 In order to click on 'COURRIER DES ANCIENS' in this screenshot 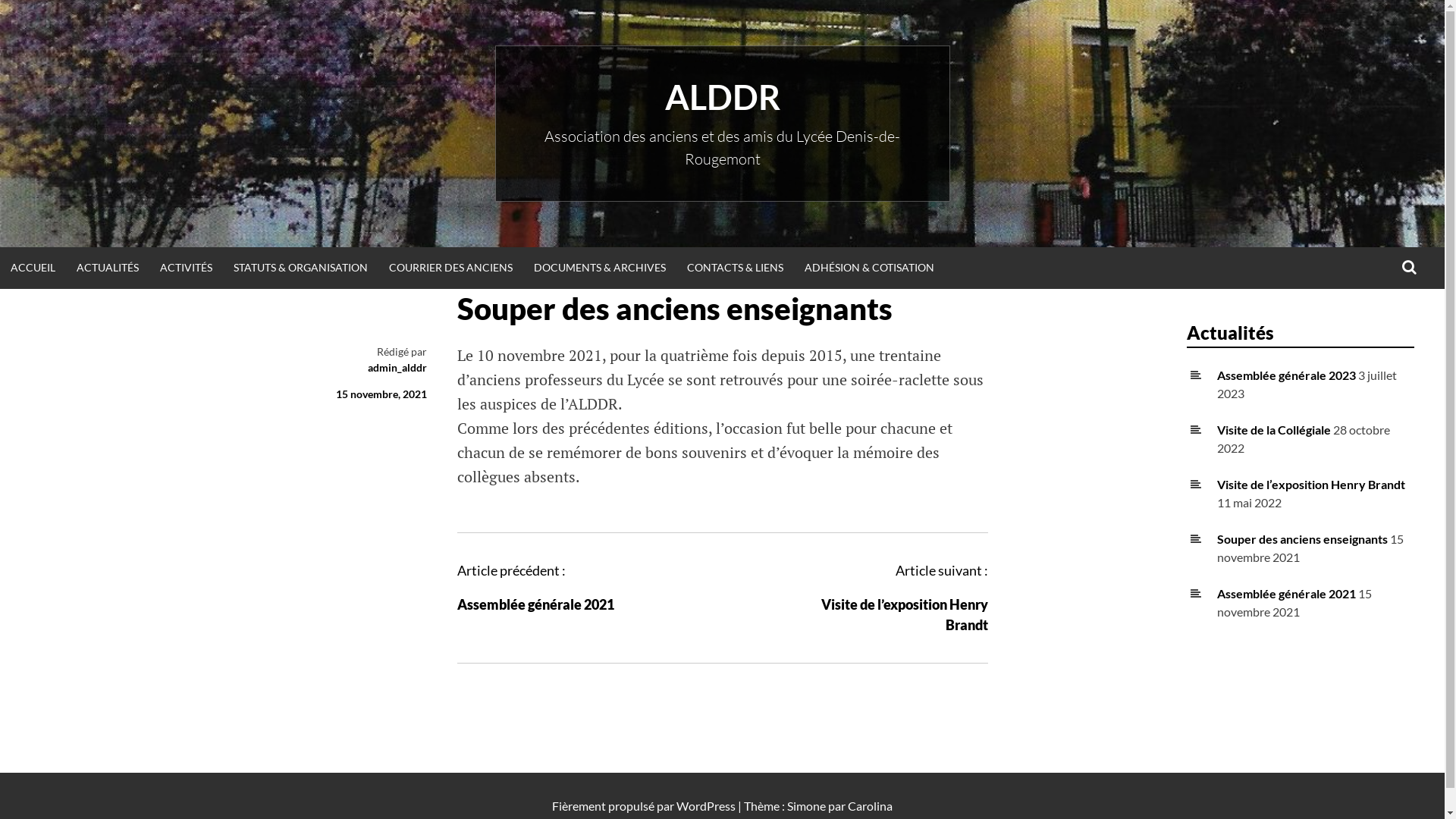, I will do `click(378, 267)`.